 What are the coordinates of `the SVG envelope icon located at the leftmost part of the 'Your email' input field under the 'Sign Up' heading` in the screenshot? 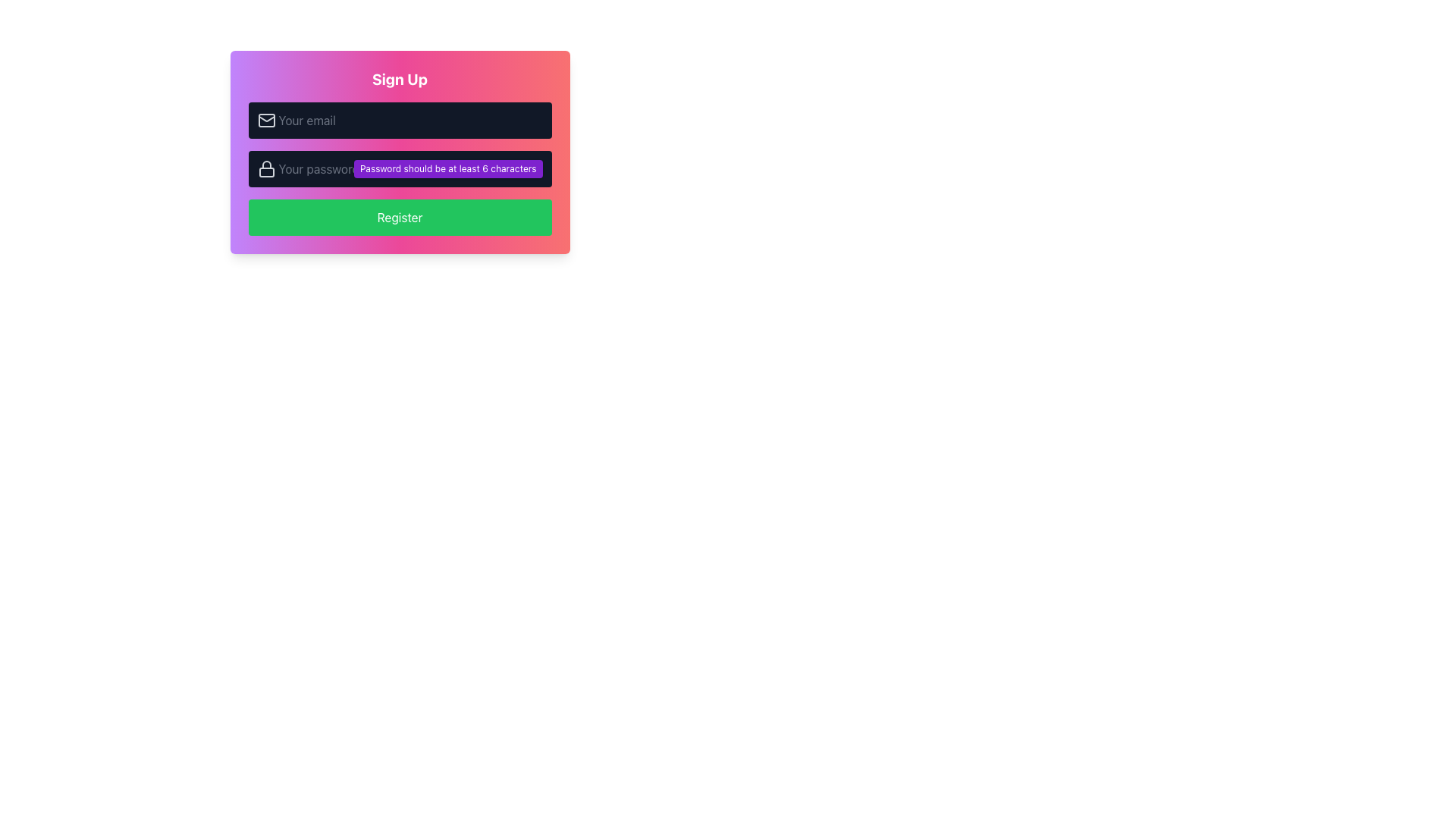 It's located at (266, 119).